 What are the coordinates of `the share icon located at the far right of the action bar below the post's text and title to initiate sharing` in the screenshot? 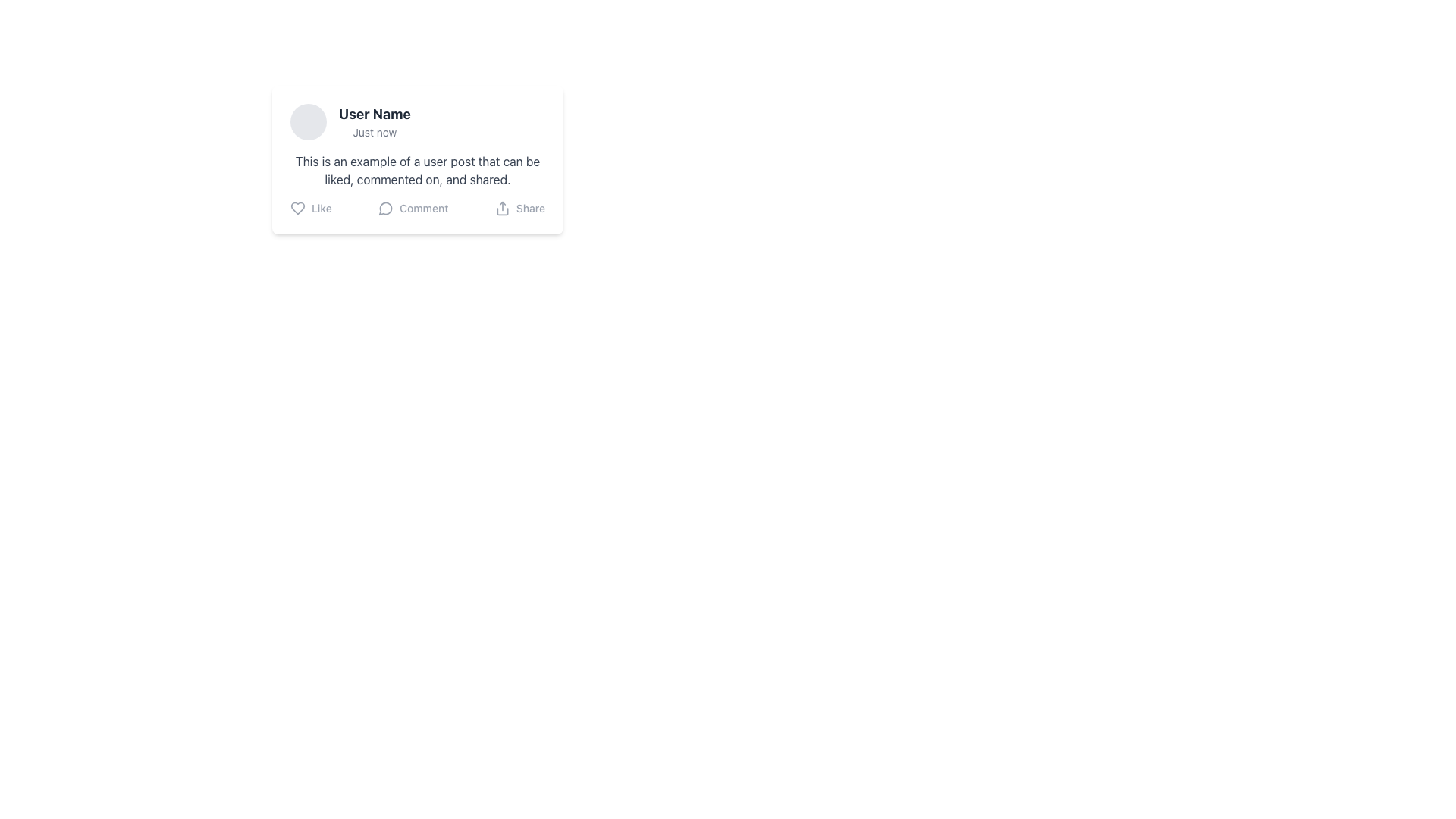 It's located at (502, 208).